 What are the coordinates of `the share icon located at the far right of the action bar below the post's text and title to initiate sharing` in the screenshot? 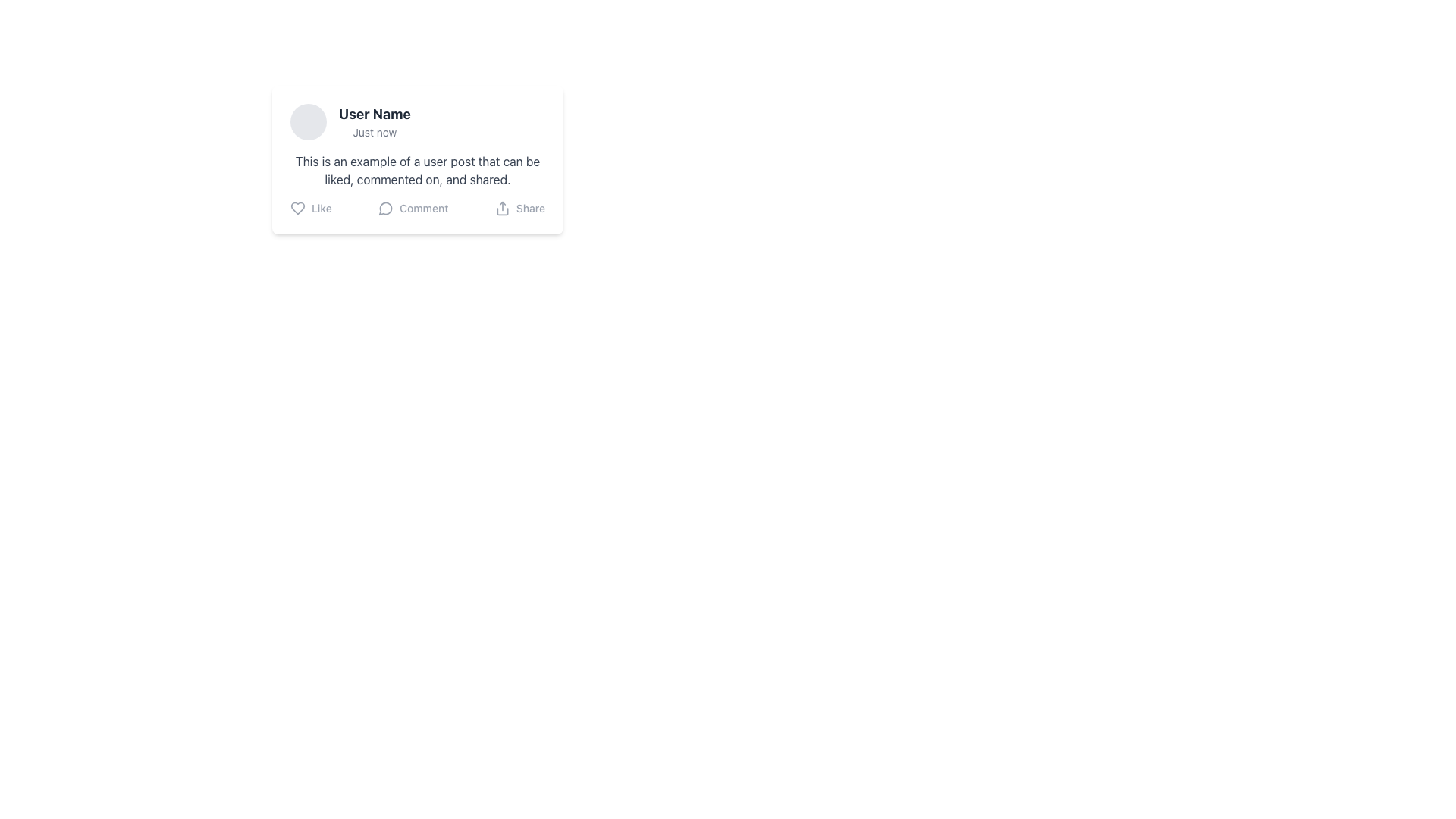 It's located at (502, 208).